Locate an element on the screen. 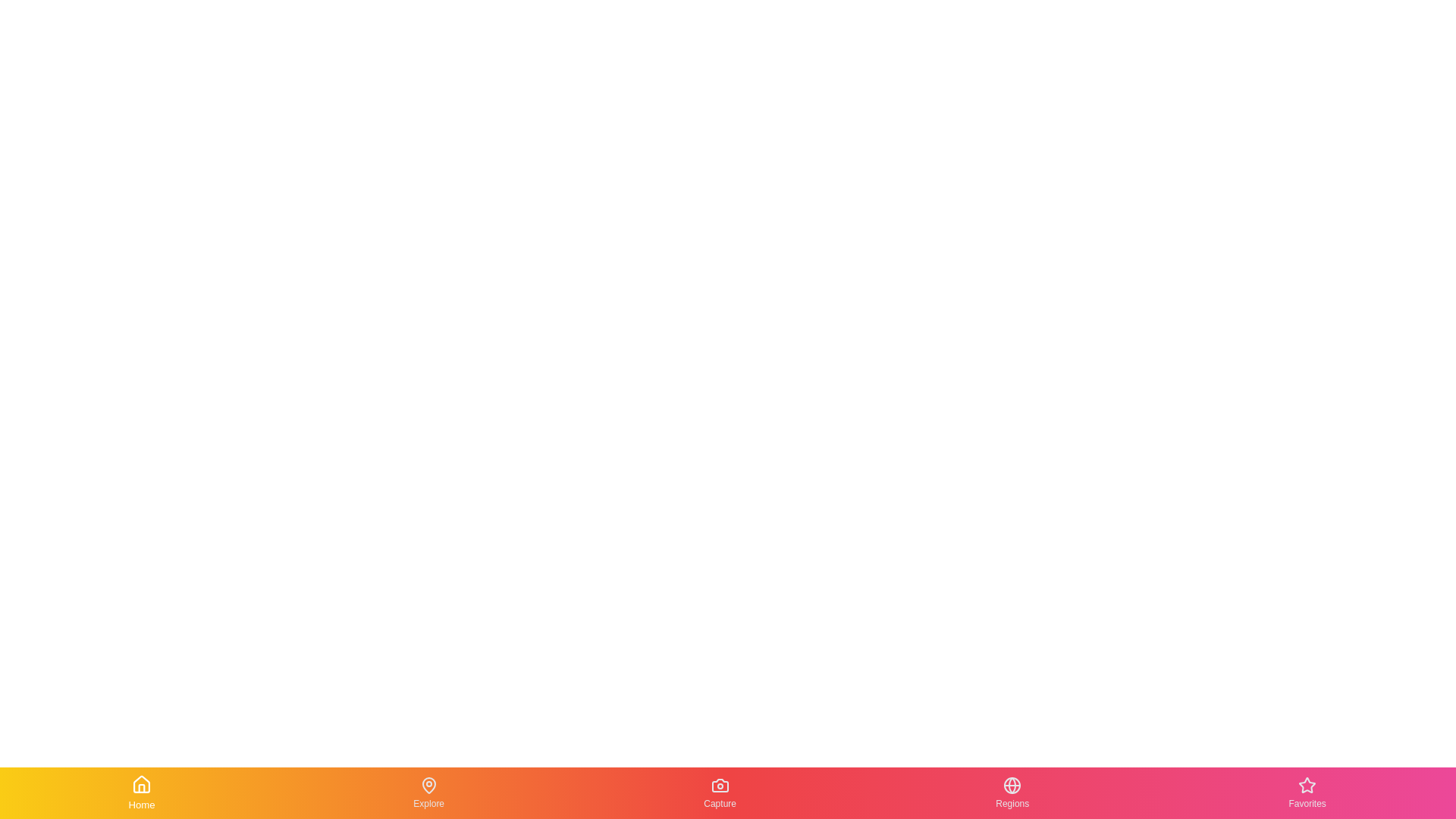 The width and height of the screenshot is (1456, 819). the tab labeled Favorites to preview its tooltip is located at coordinates (1306, 792).